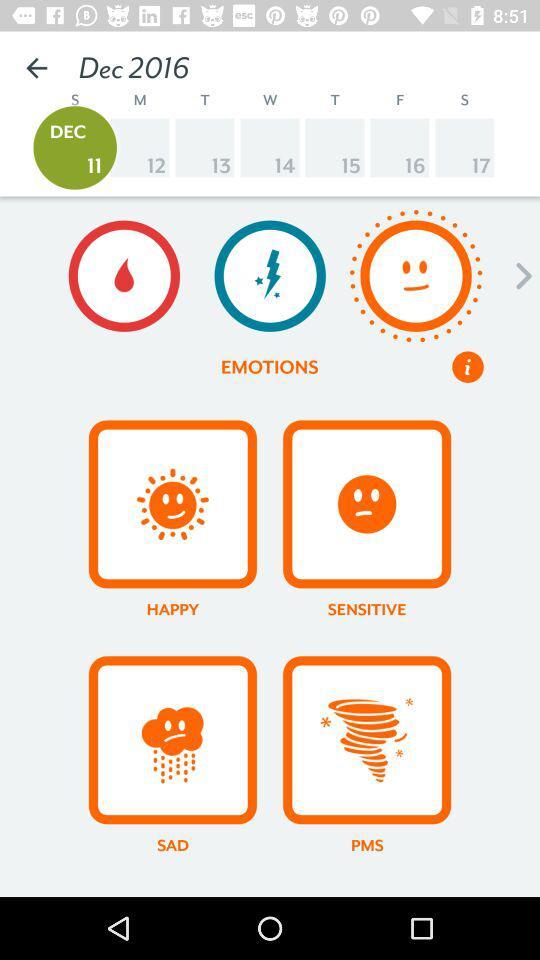  What do you see at coordinates (365, 503) in the screenshot?
I see `icon above sensitive` at bounding box center [365, 503].